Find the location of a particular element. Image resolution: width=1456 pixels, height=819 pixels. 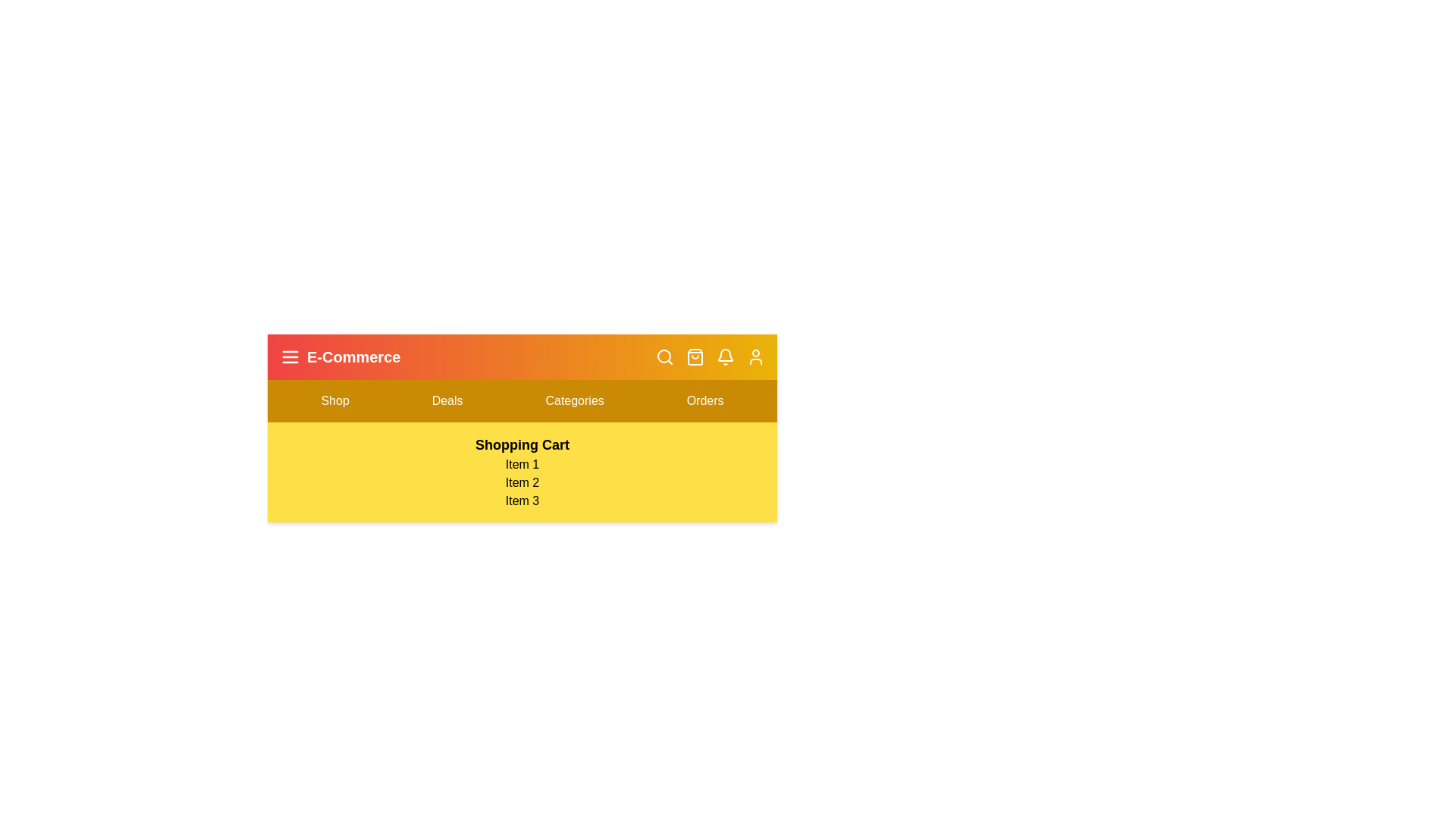

the notification icon is located at coordinates (724, 356).